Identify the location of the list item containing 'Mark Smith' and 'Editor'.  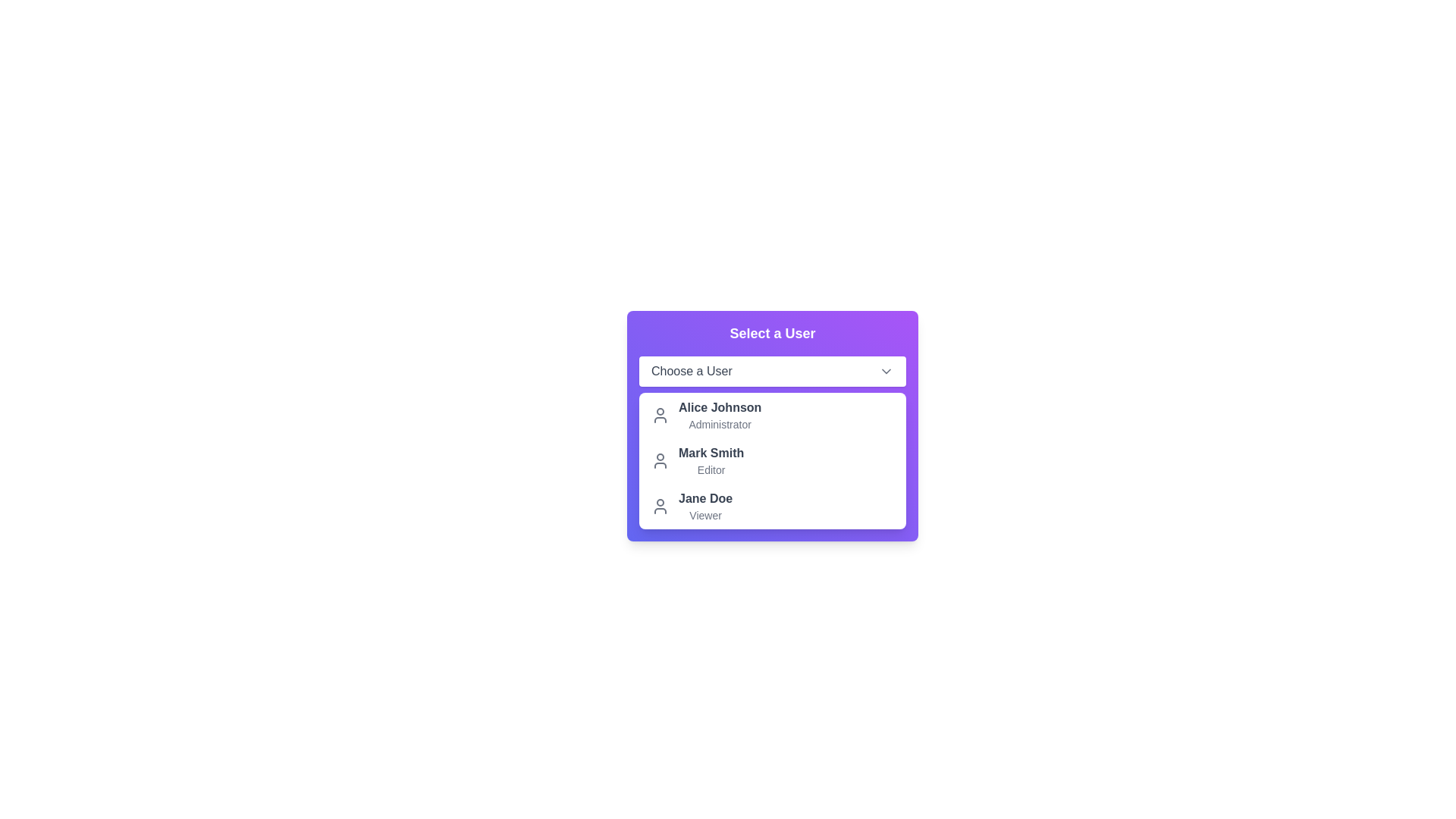
(772, 460).